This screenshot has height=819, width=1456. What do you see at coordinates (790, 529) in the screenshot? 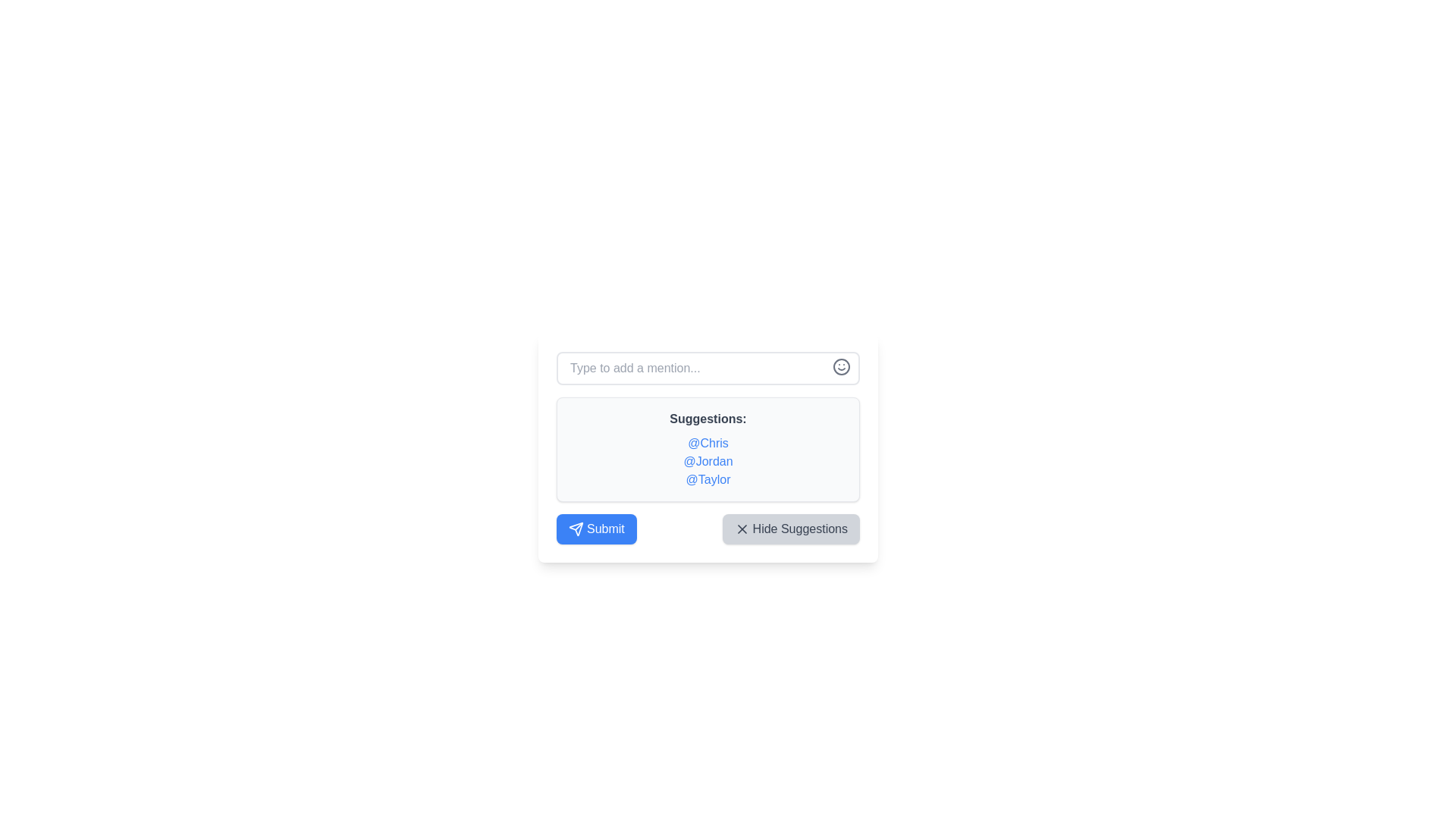
I see `the button that hides the displayed suggestions, which is located towards the lower right of the suggestion box, adjacent to the 'Submit' button` at bounding box center [790, 529].